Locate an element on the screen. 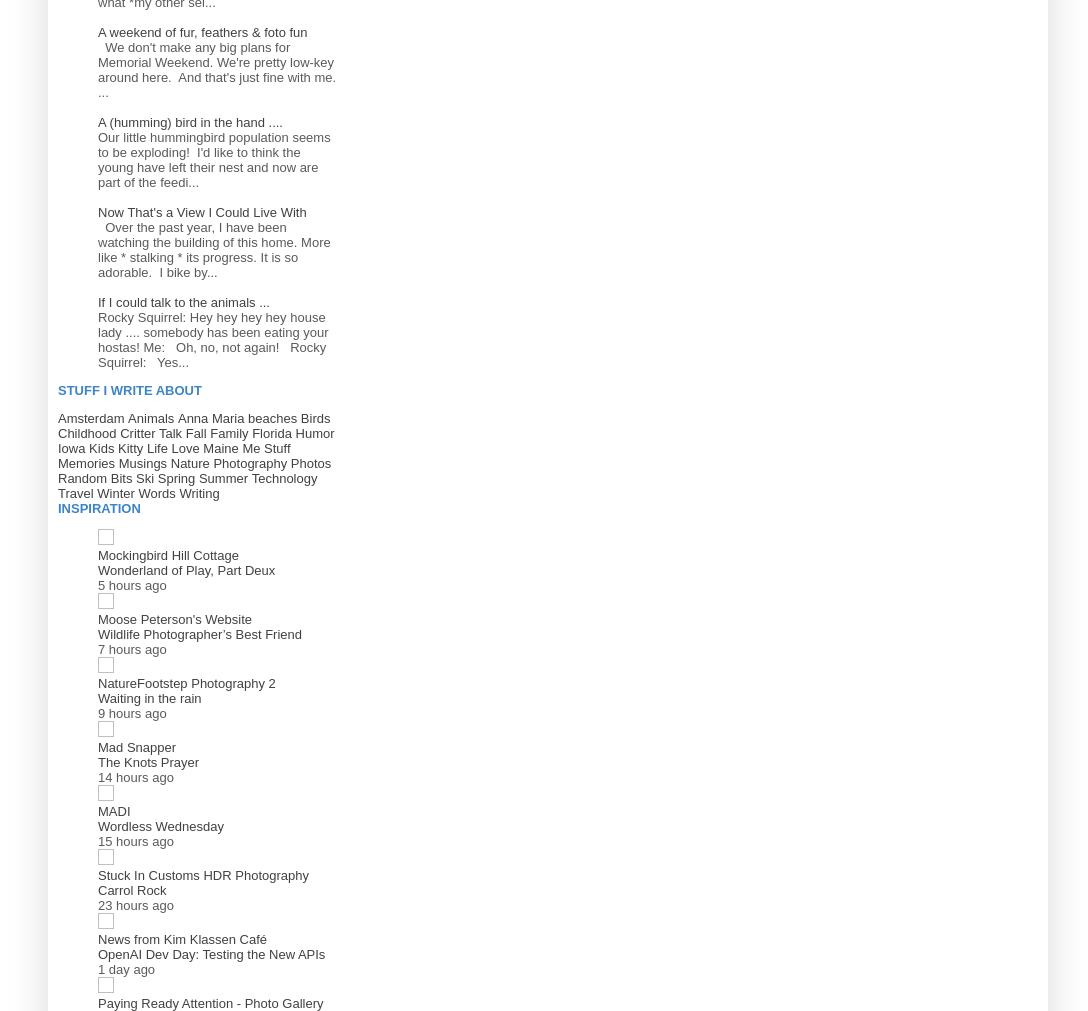 This screenshot has width=1088, height=1011. 'The Knots Prayer' is located at coordinates (147, 760).